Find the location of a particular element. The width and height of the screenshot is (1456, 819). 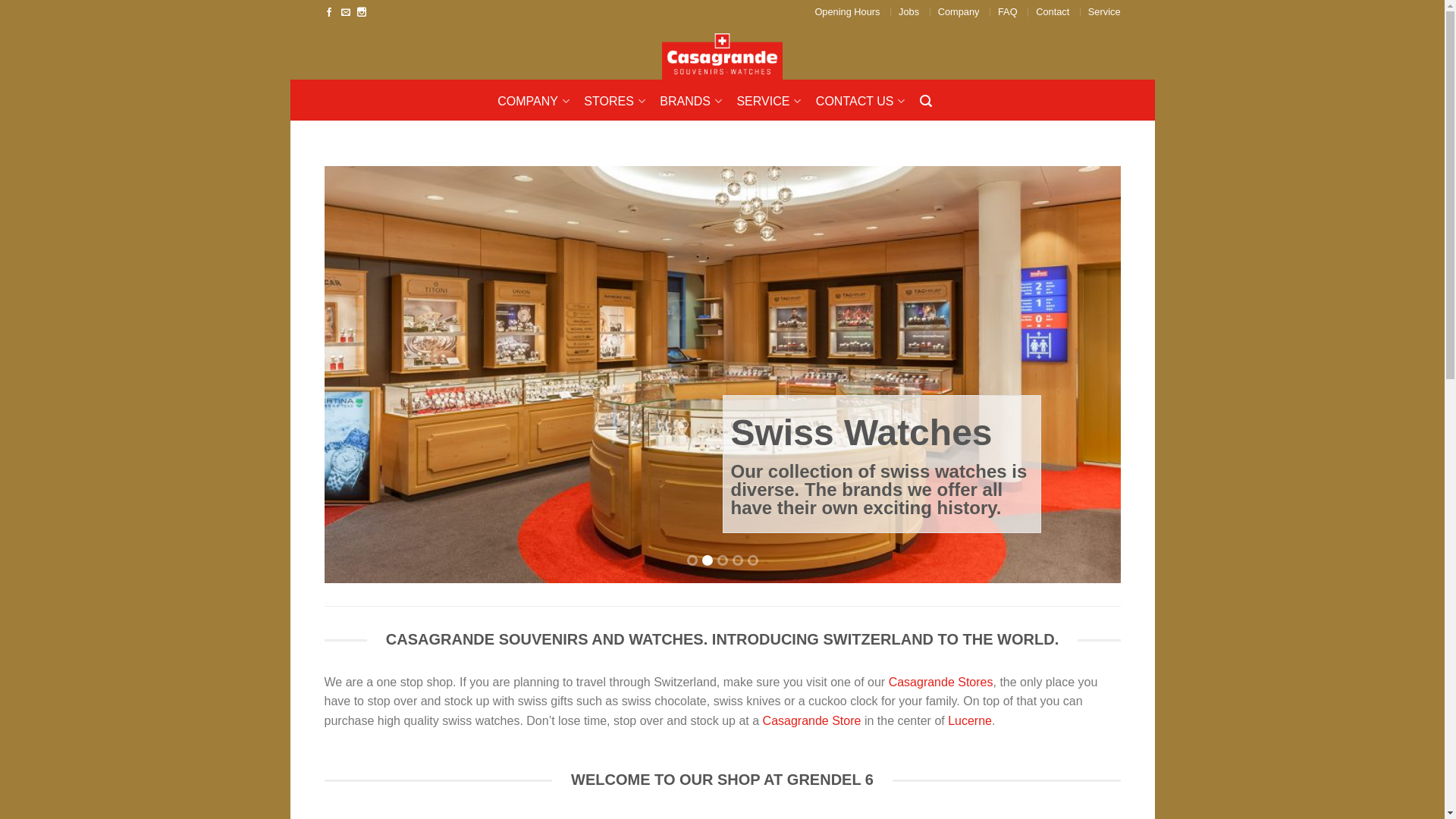

'CONTACT US' is located at coordinates (866, 101).